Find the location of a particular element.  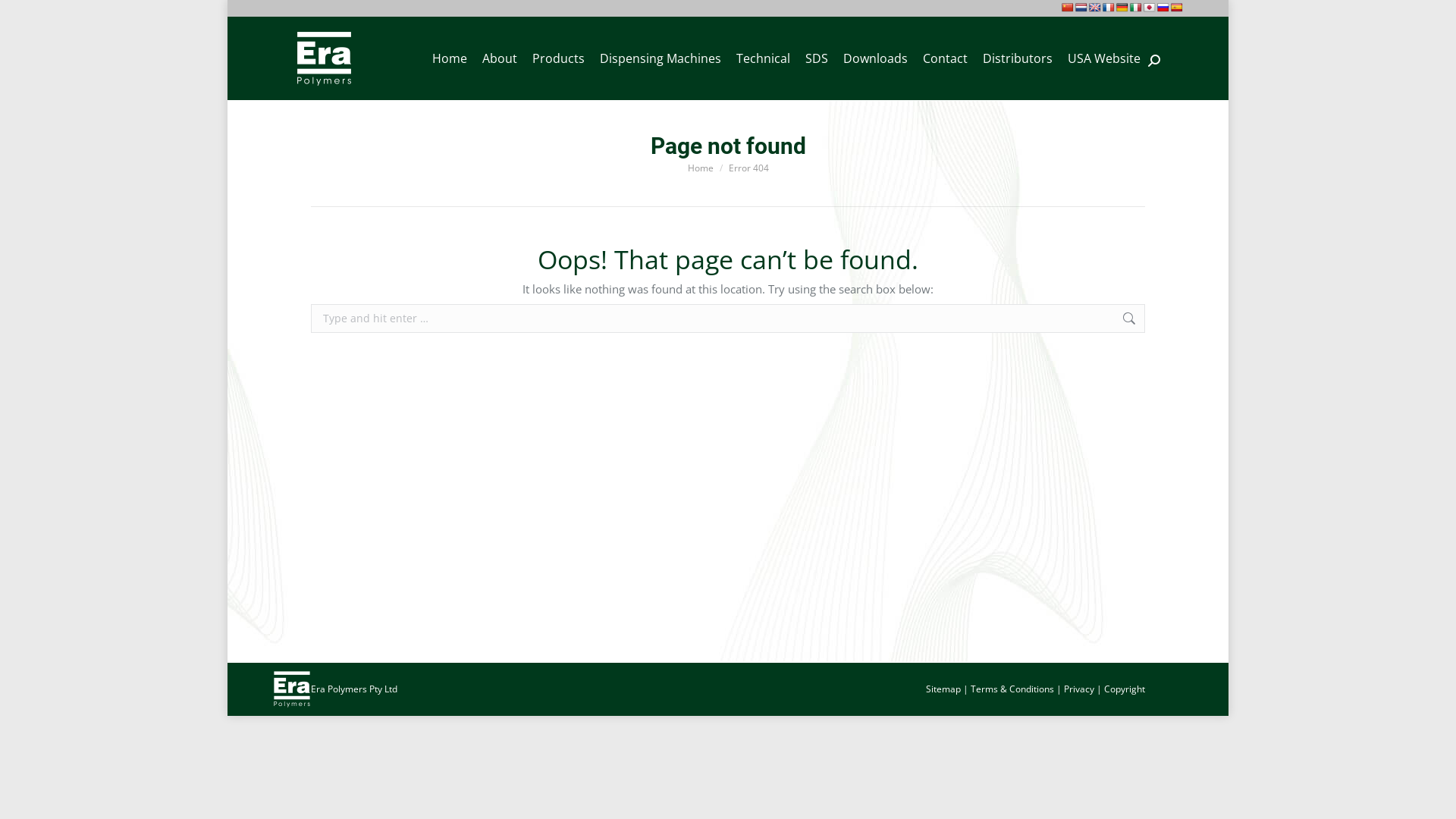

'Go!' is located at coordinates (23, 16).